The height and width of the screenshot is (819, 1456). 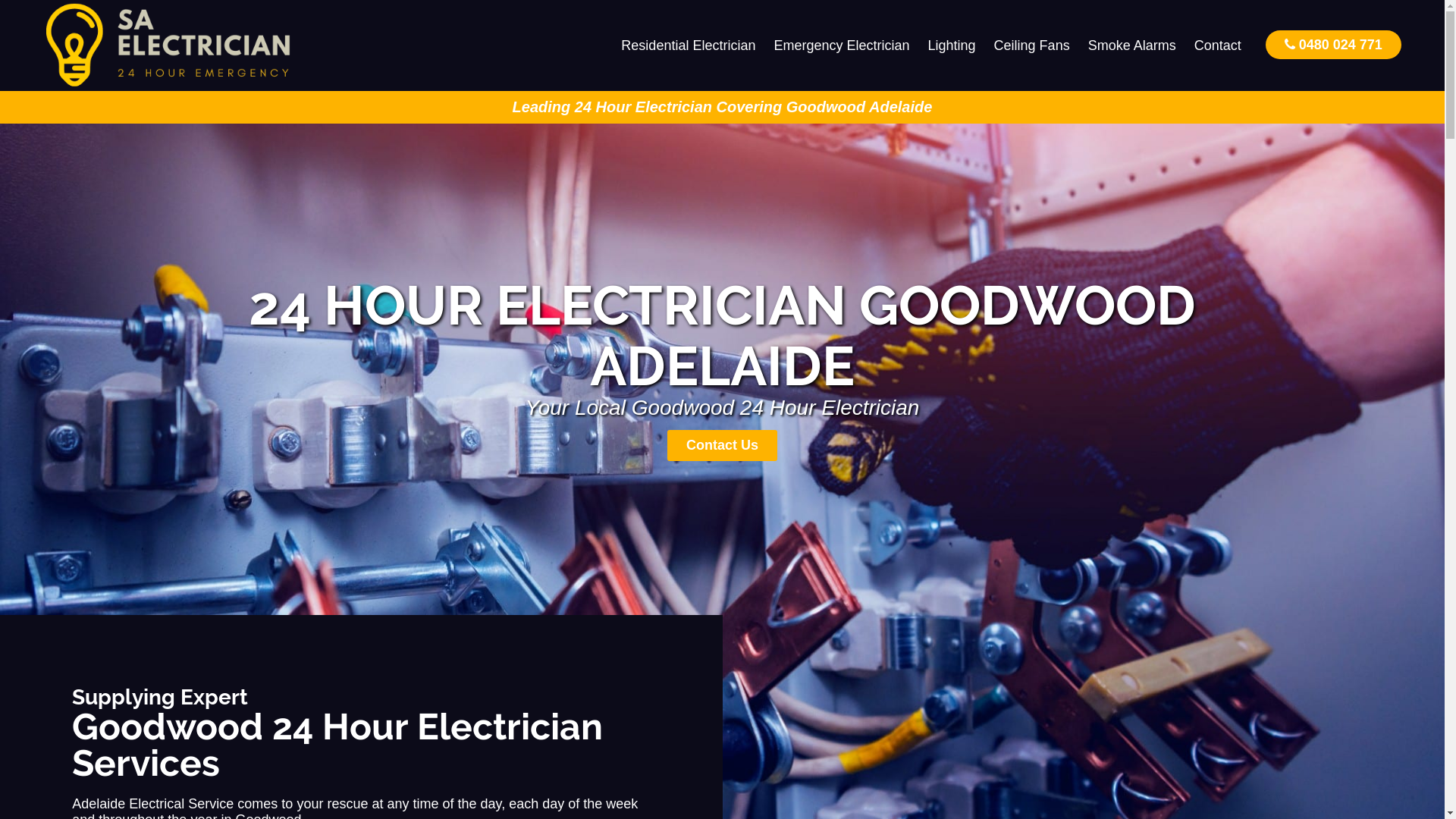 What do you see at coordinates (1332, 43) in the screenshot?
I see `'0480 024 771'` at bounding box center [1332, 43].